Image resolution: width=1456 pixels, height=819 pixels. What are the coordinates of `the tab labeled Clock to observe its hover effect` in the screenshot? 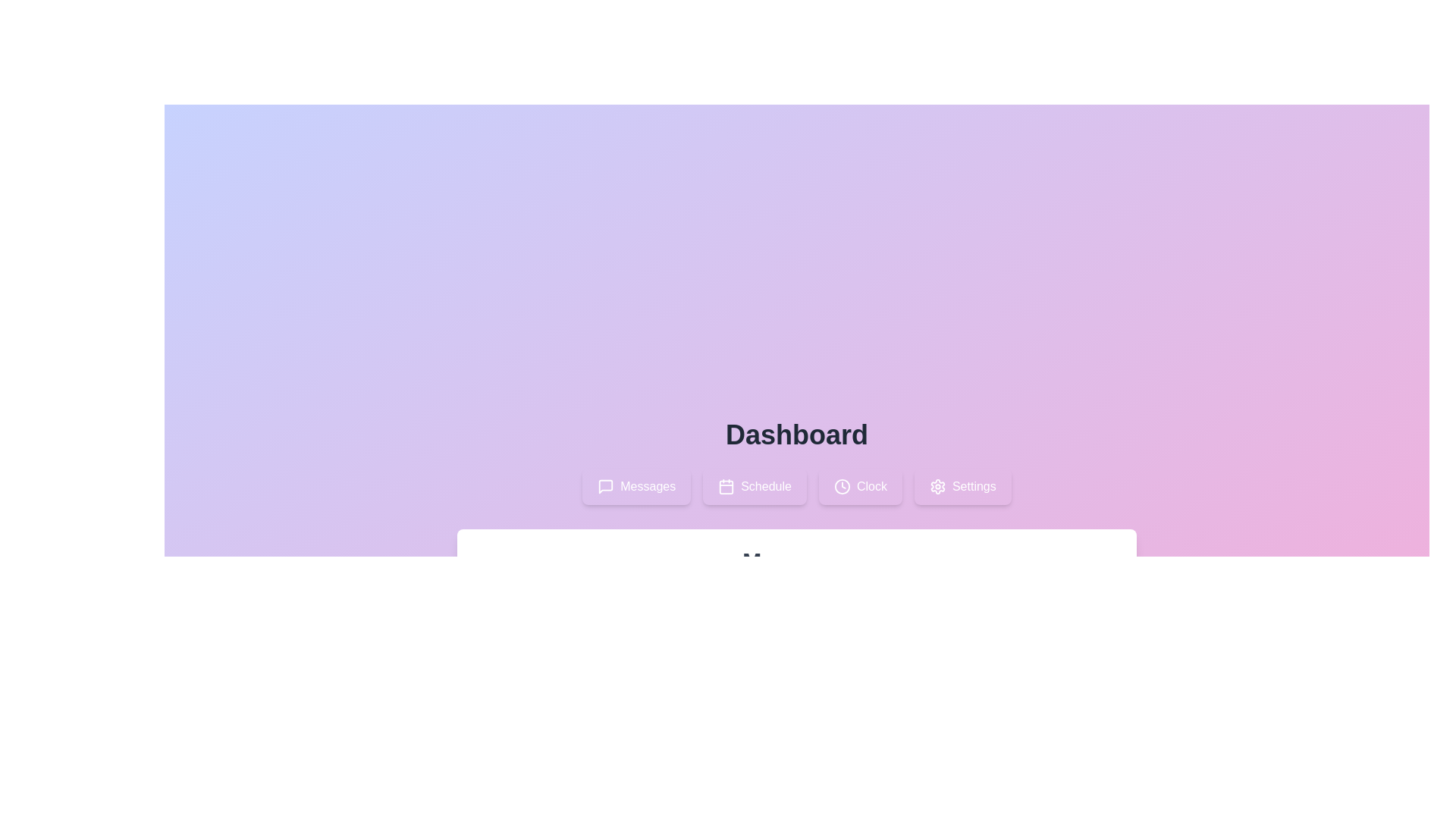 It's located at (860, 486).